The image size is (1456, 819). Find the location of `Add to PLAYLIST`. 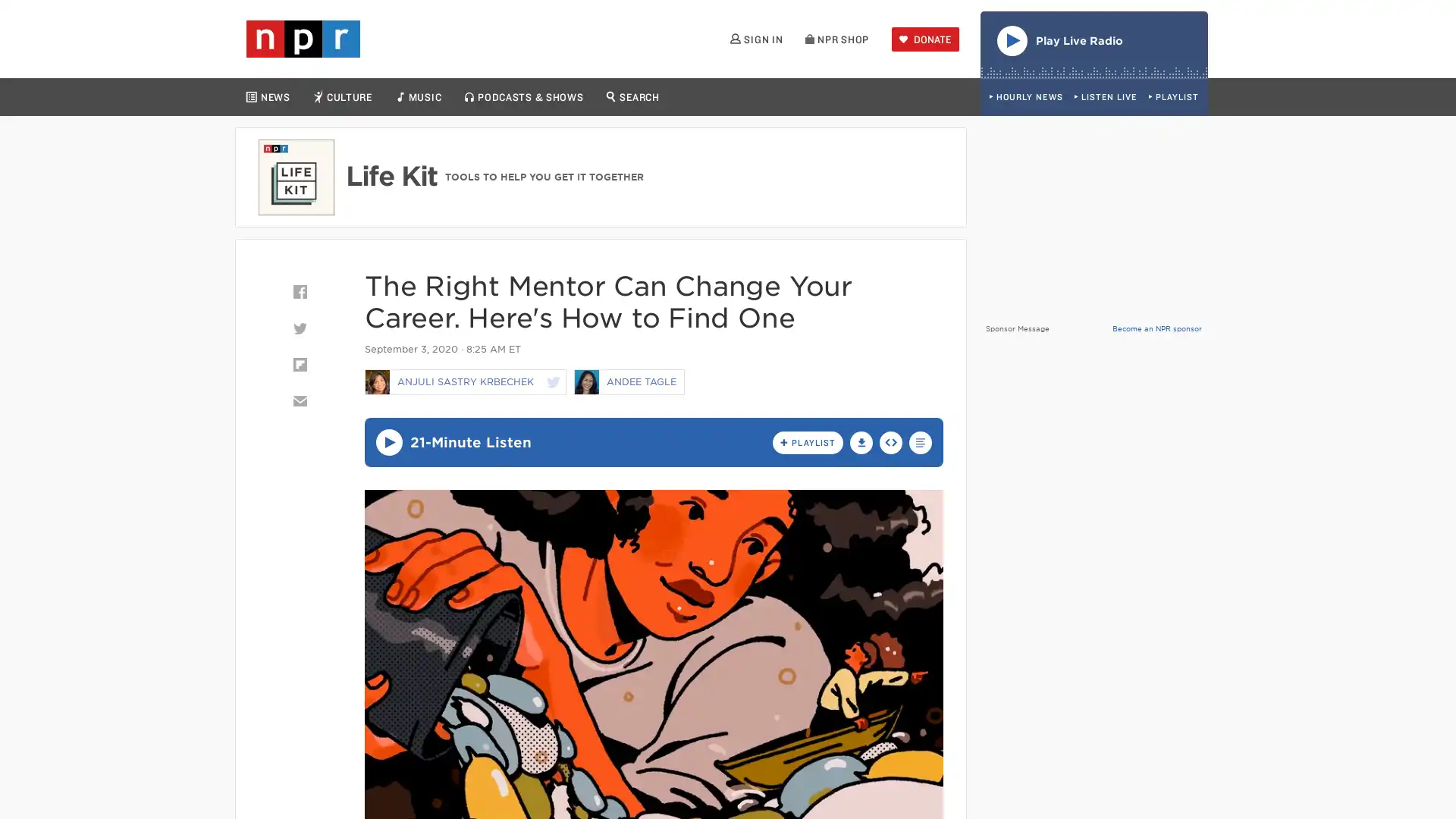

Add to PLAYLIST is located at coordinates (807, 441).